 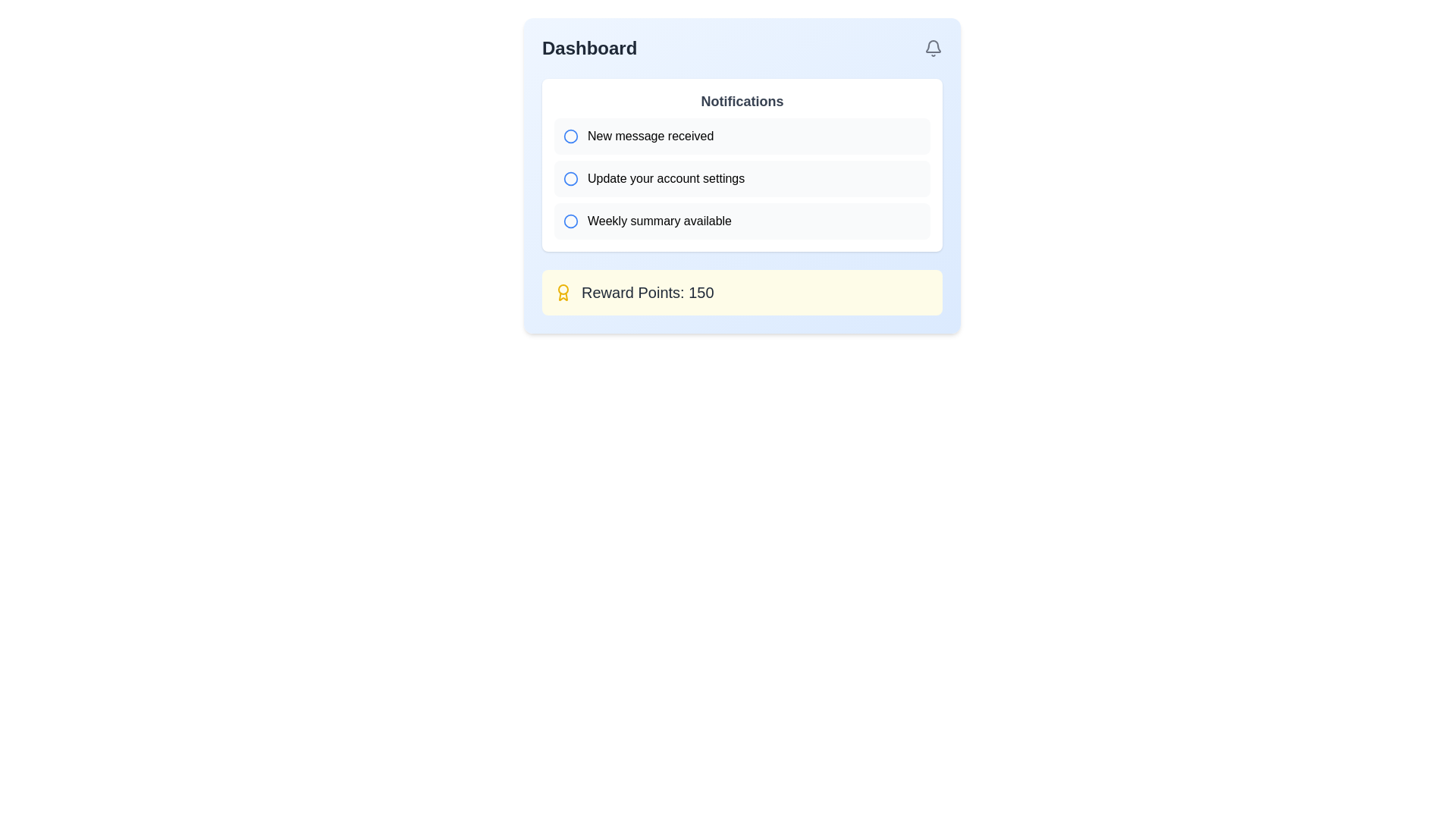 What do you see at coordinates (932, 48) in the screenshot?
I see `the gray outlined bell icon located in the top-right corner of the header next to the 'Dashboard' text` at bounding box center [932, 48].